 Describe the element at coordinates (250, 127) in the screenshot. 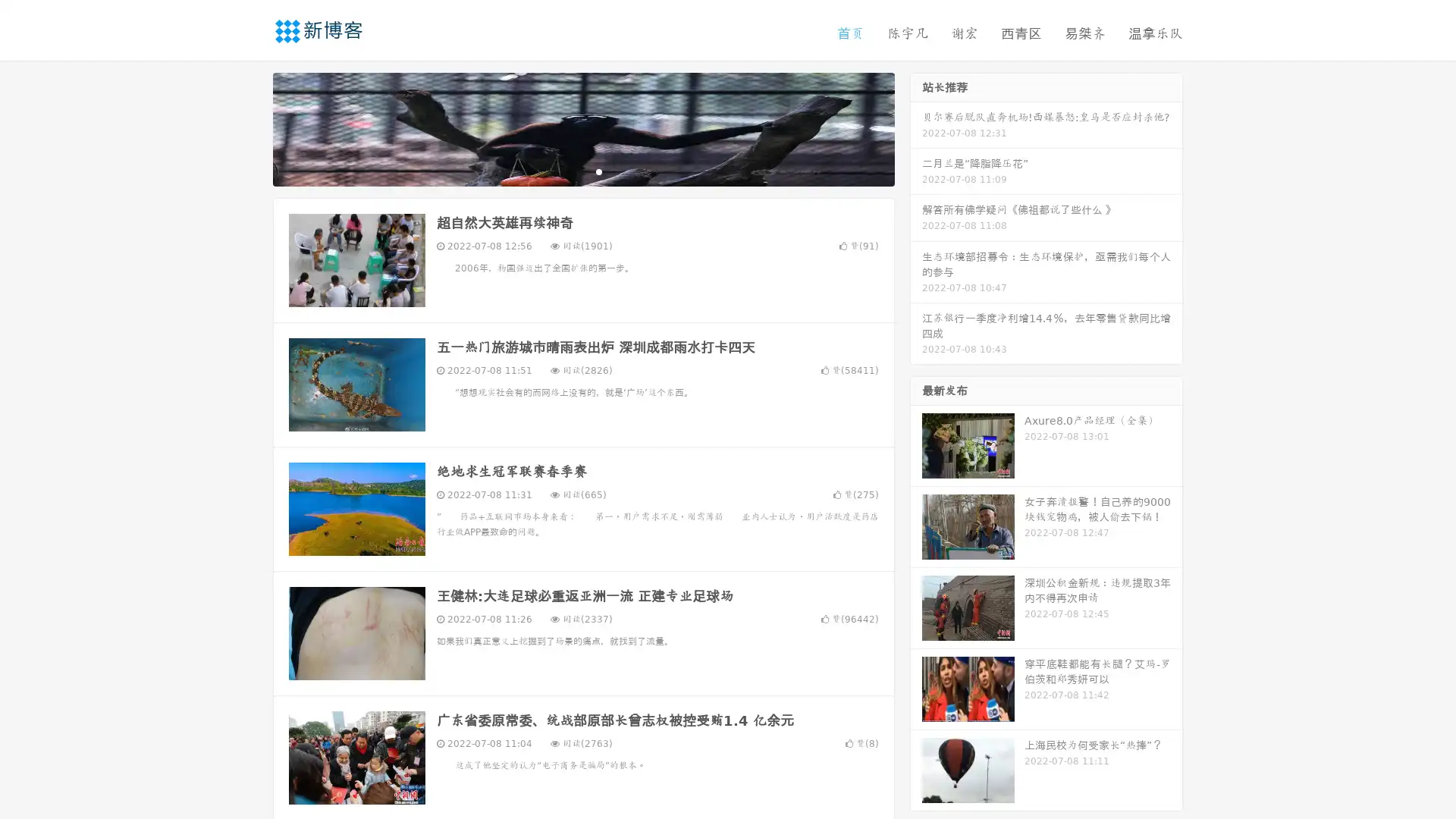

I see `Previous slide` at that location.